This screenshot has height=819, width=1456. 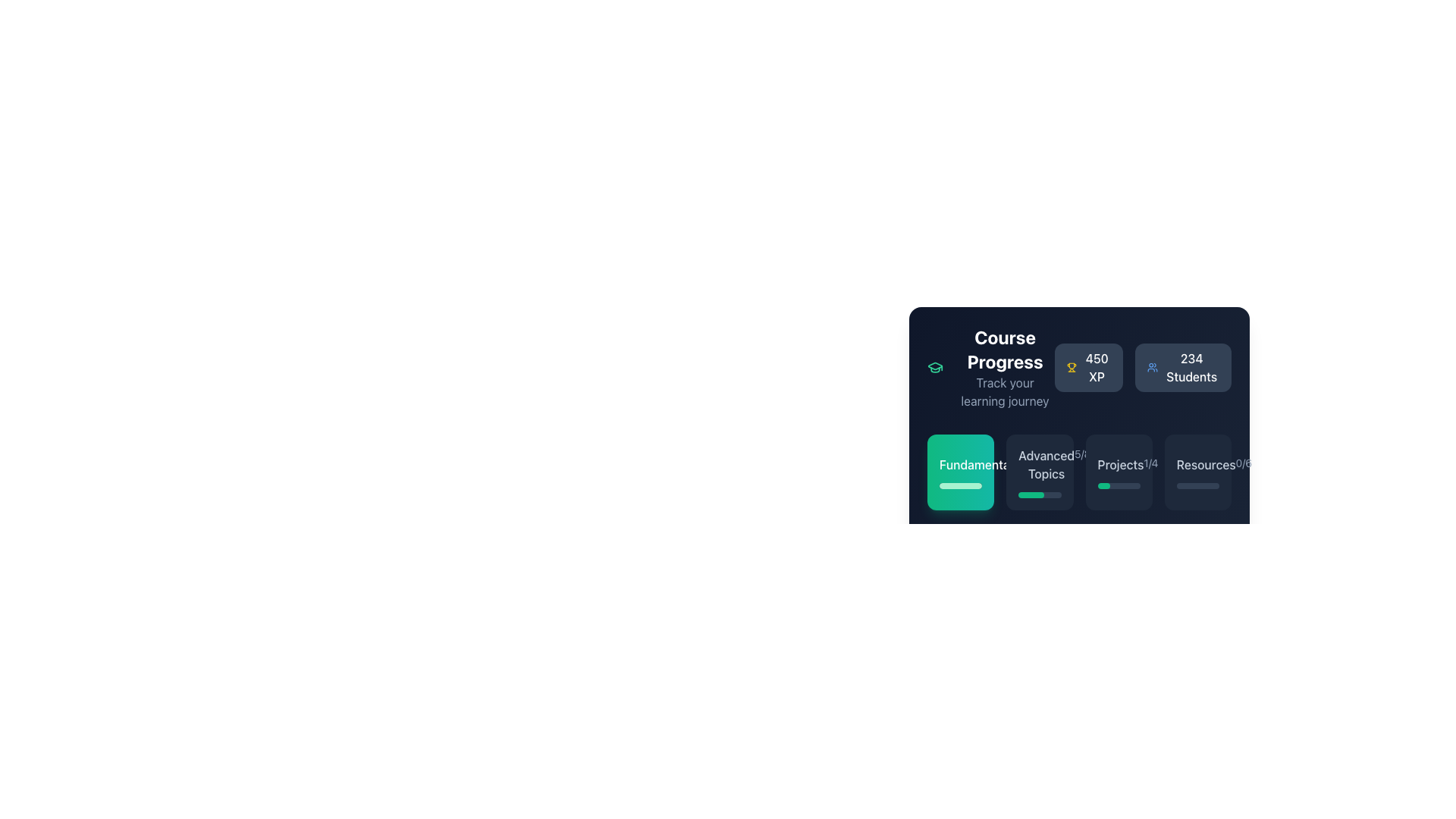 What do you see at coordinates (934, 368) in the screenshot?
I see `the emerald green graduation cap icon, which has a minimalist design and is located to the left of the 'Course Progress' text` at bounding box center [934, 368].